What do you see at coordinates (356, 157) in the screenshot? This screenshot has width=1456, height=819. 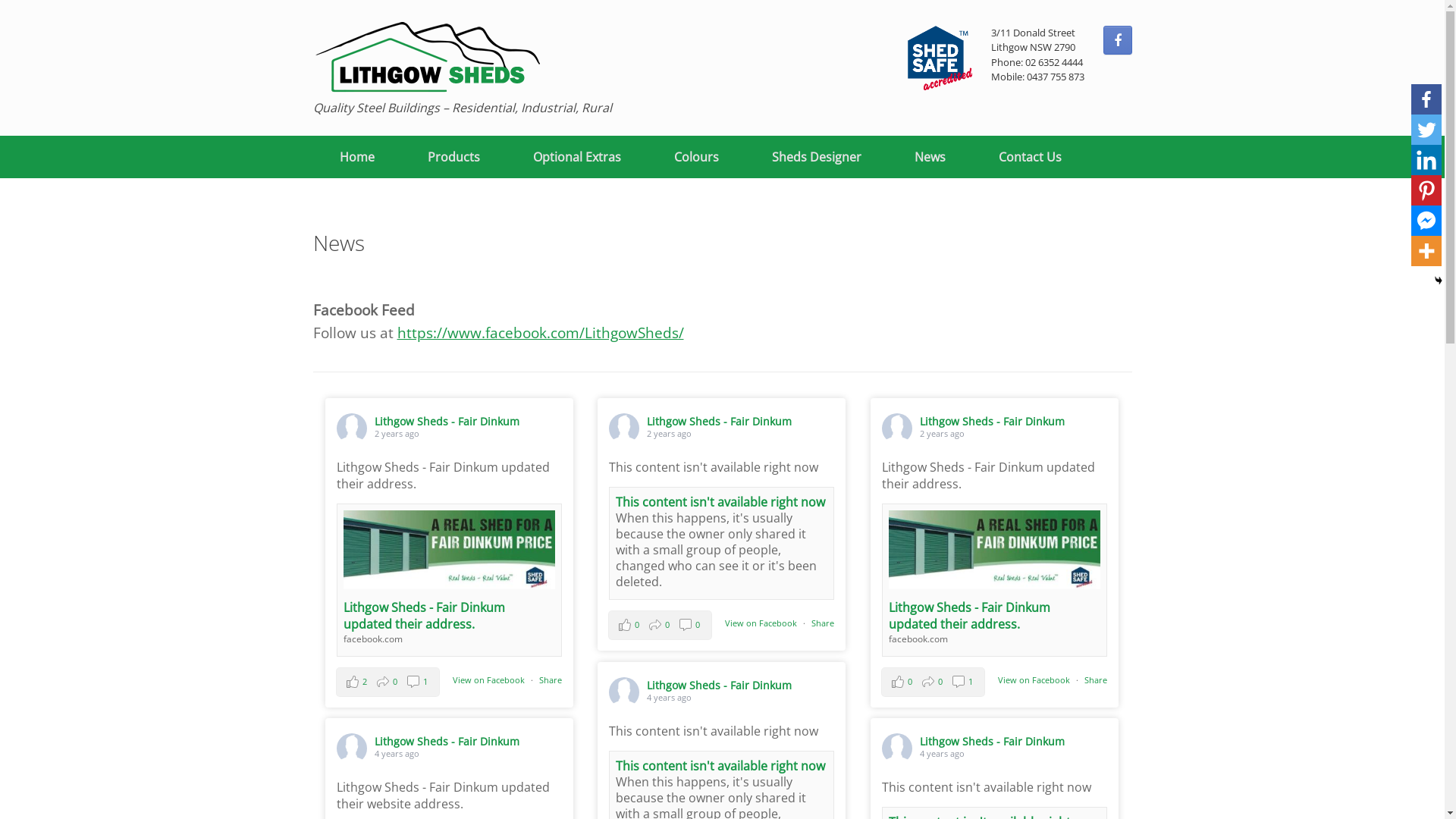 I see `'Home'` at bounding box center [356, 157].